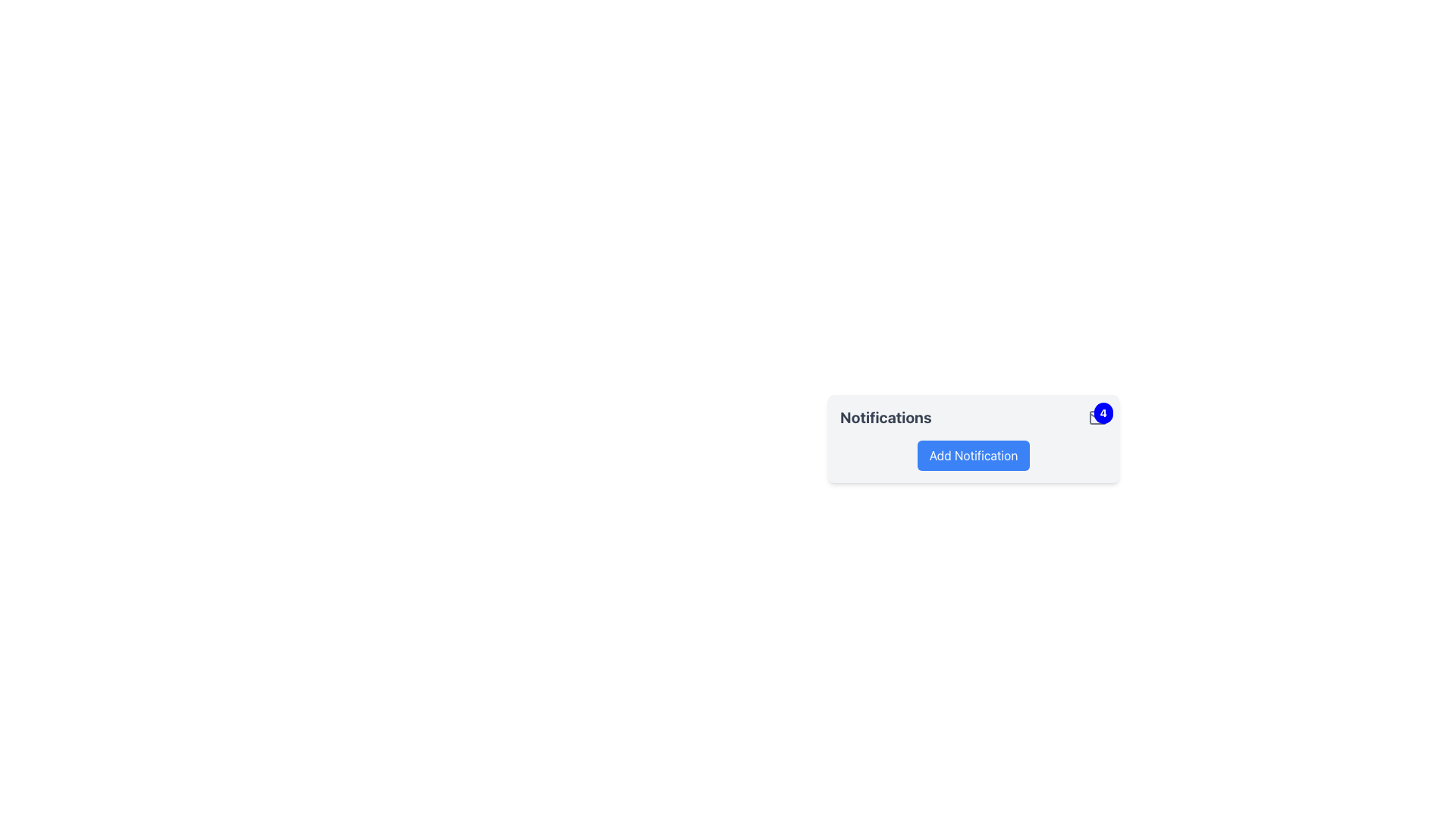  Describe the element at coordinates (1103, 413) in the screenshot. I see `the unread notification badge displaying the number '4', which is located at the top-right corner of the 'Notifications' section next to the email icon` at that location.